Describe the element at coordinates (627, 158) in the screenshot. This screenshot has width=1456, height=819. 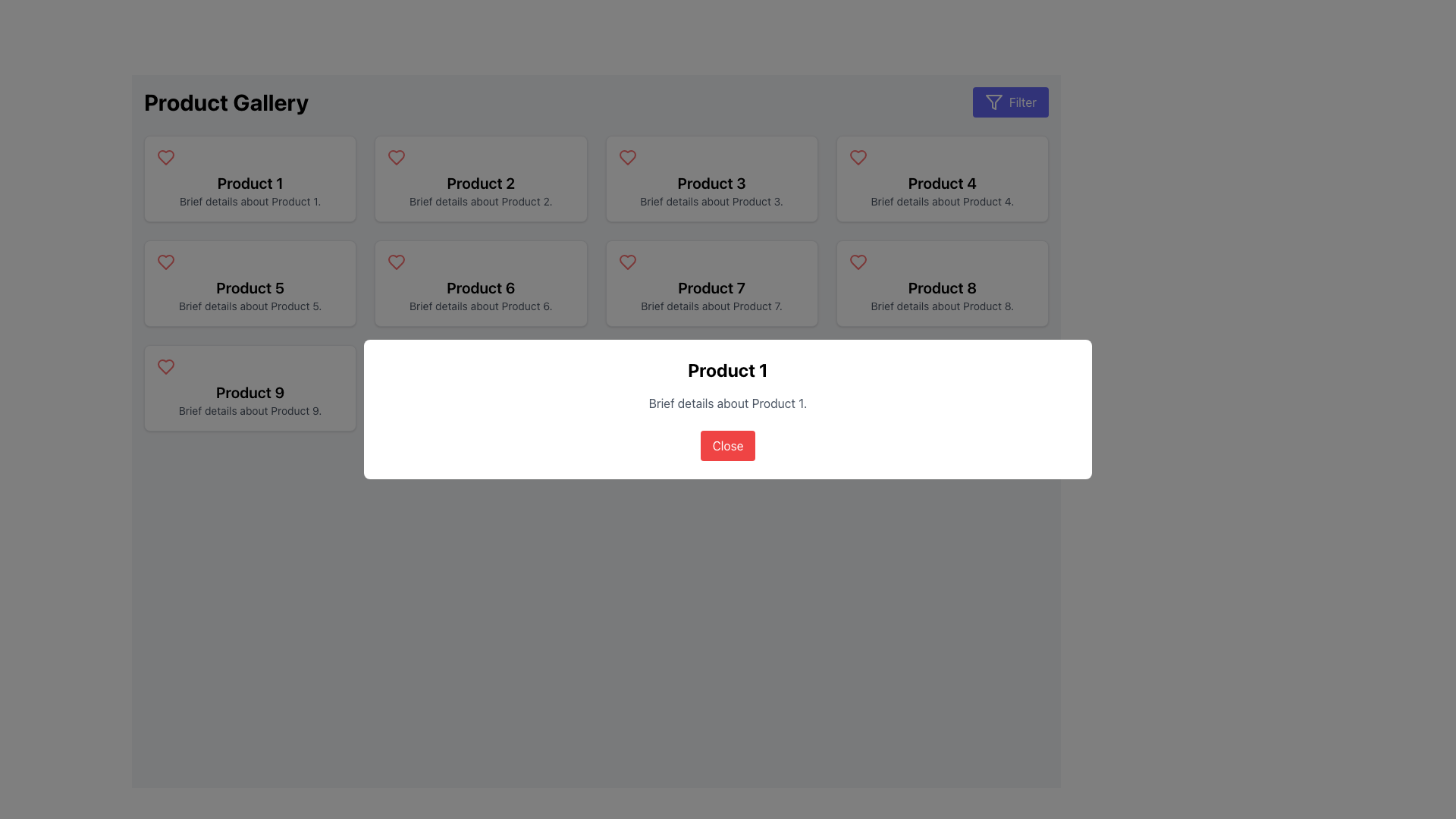
I see `the heart icon in the top-right corner of the Product 3 card to favorite or unfavorite the corresponding product` at that location.